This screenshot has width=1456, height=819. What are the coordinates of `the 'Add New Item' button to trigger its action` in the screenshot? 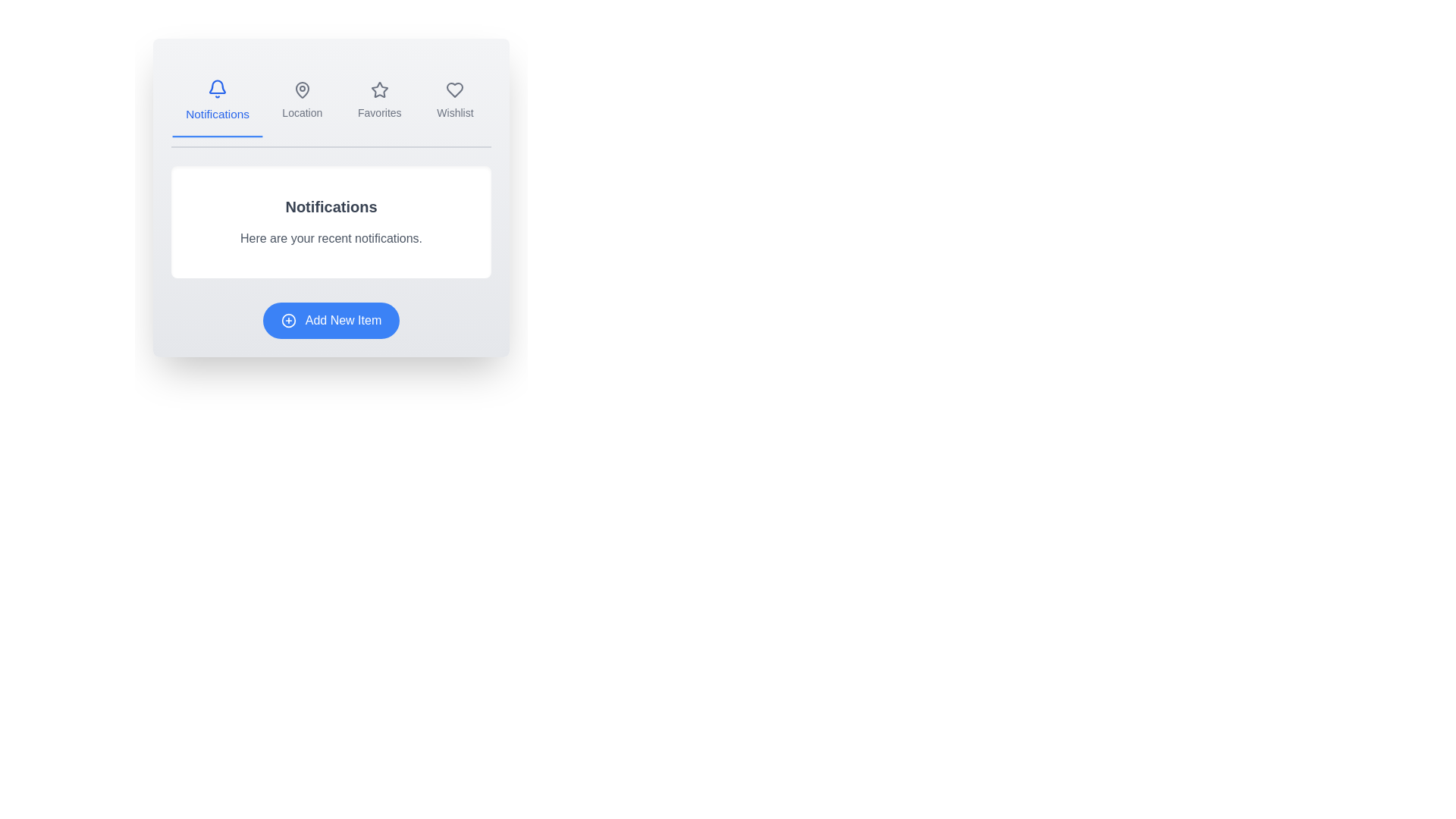 It's located at (330, 320).